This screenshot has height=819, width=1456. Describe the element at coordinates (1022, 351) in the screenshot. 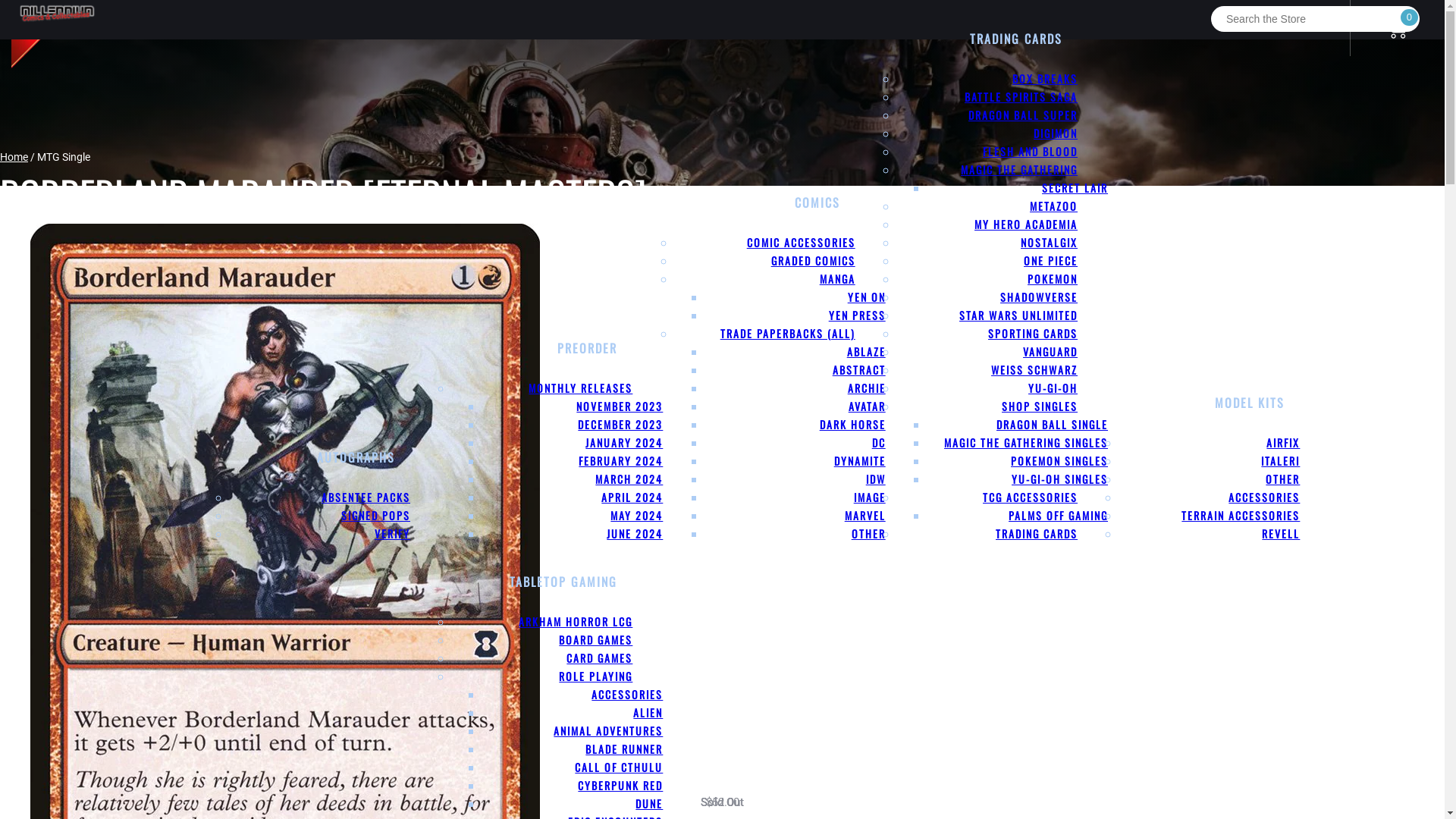

I see `'VANGUARD'` at that location.